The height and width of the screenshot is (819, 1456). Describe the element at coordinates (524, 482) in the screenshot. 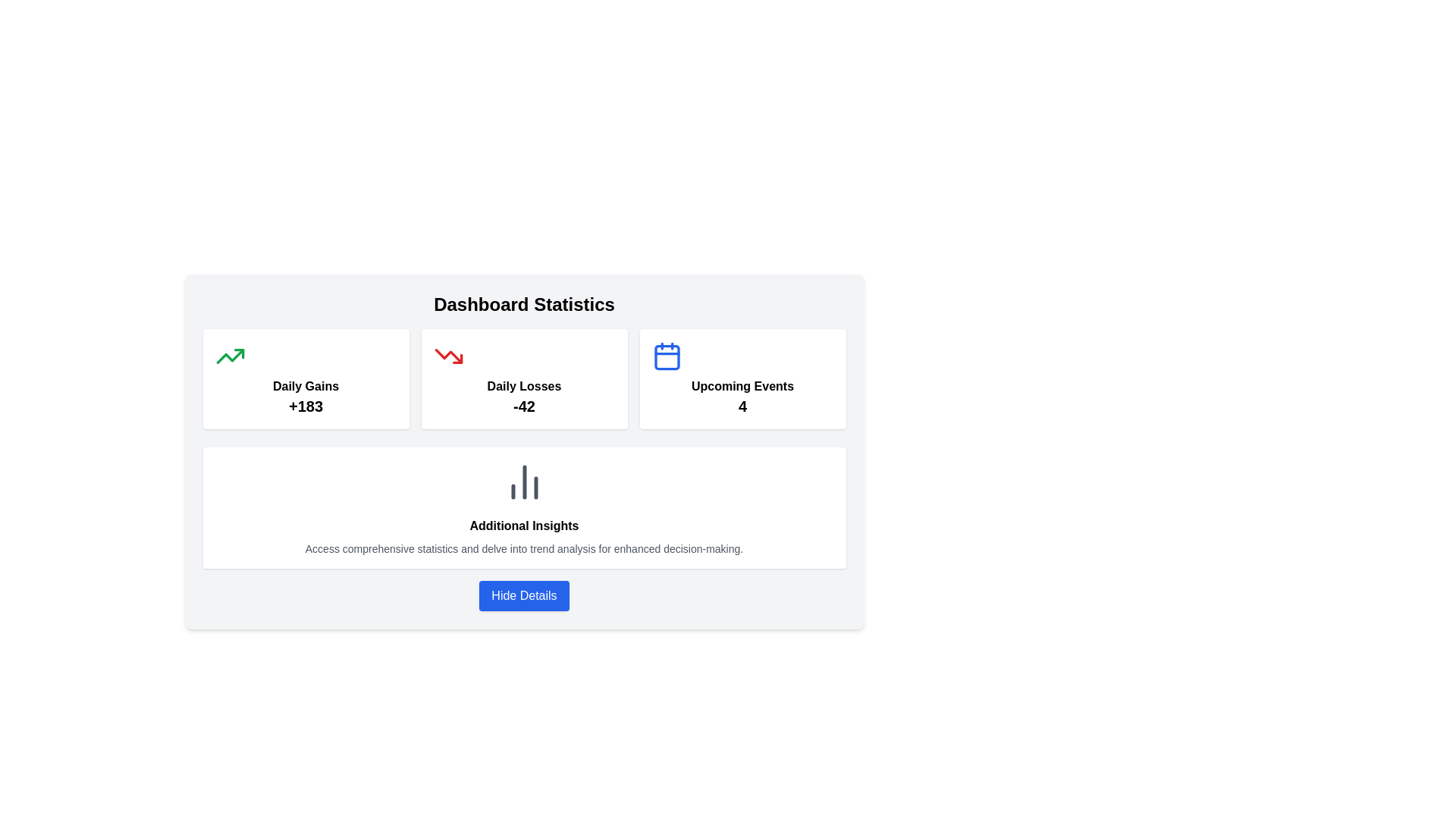

I see `the icon that visually represents data or statistics in the 'Additional Insights' section, positioned at the top center above the text 'Additional Insights'` at that location.